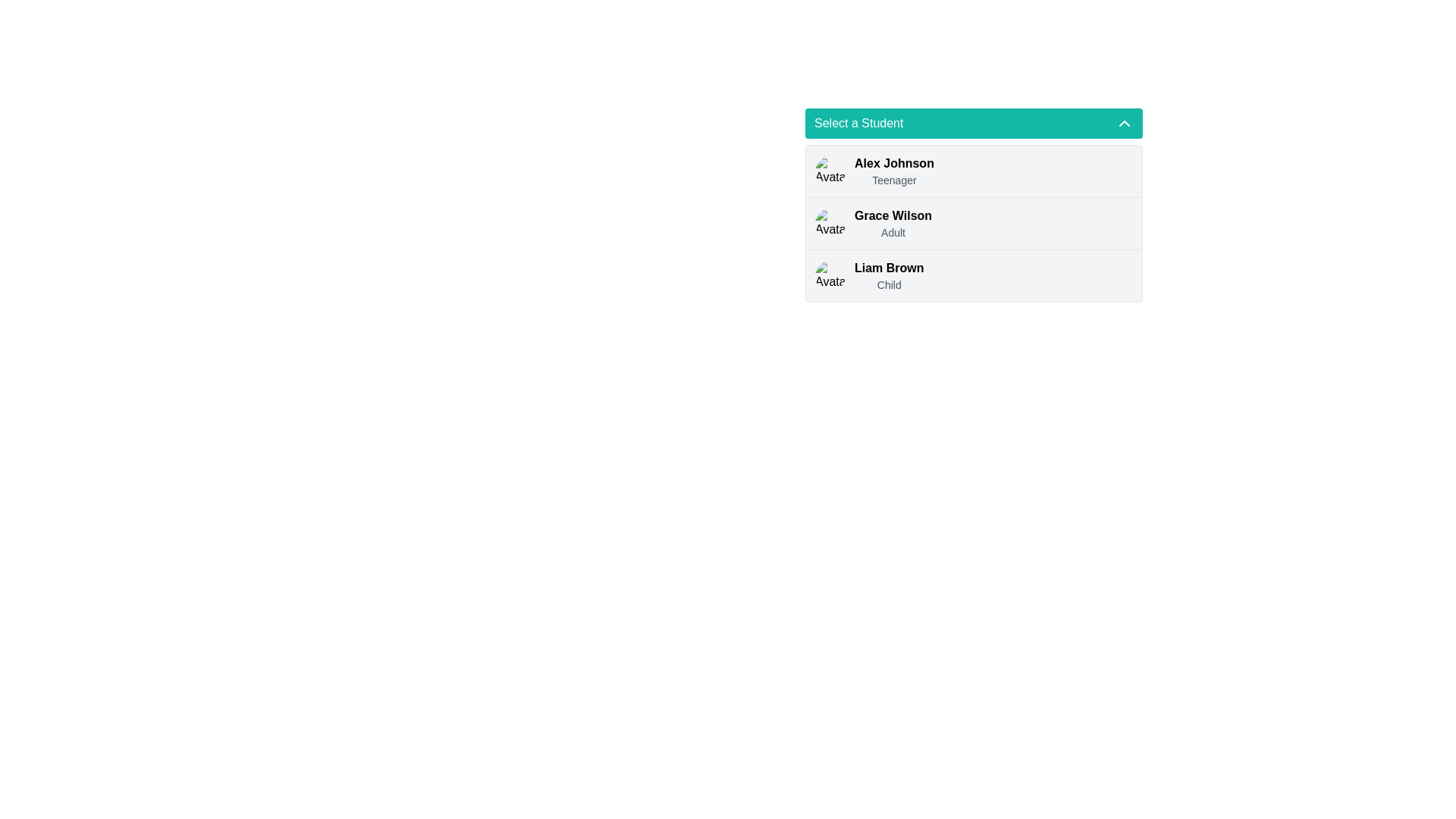  I want to click on the upward pointing arrow icon located at the far right of the teal-colored header labeled 'Select a Student', so click(1125, 122).